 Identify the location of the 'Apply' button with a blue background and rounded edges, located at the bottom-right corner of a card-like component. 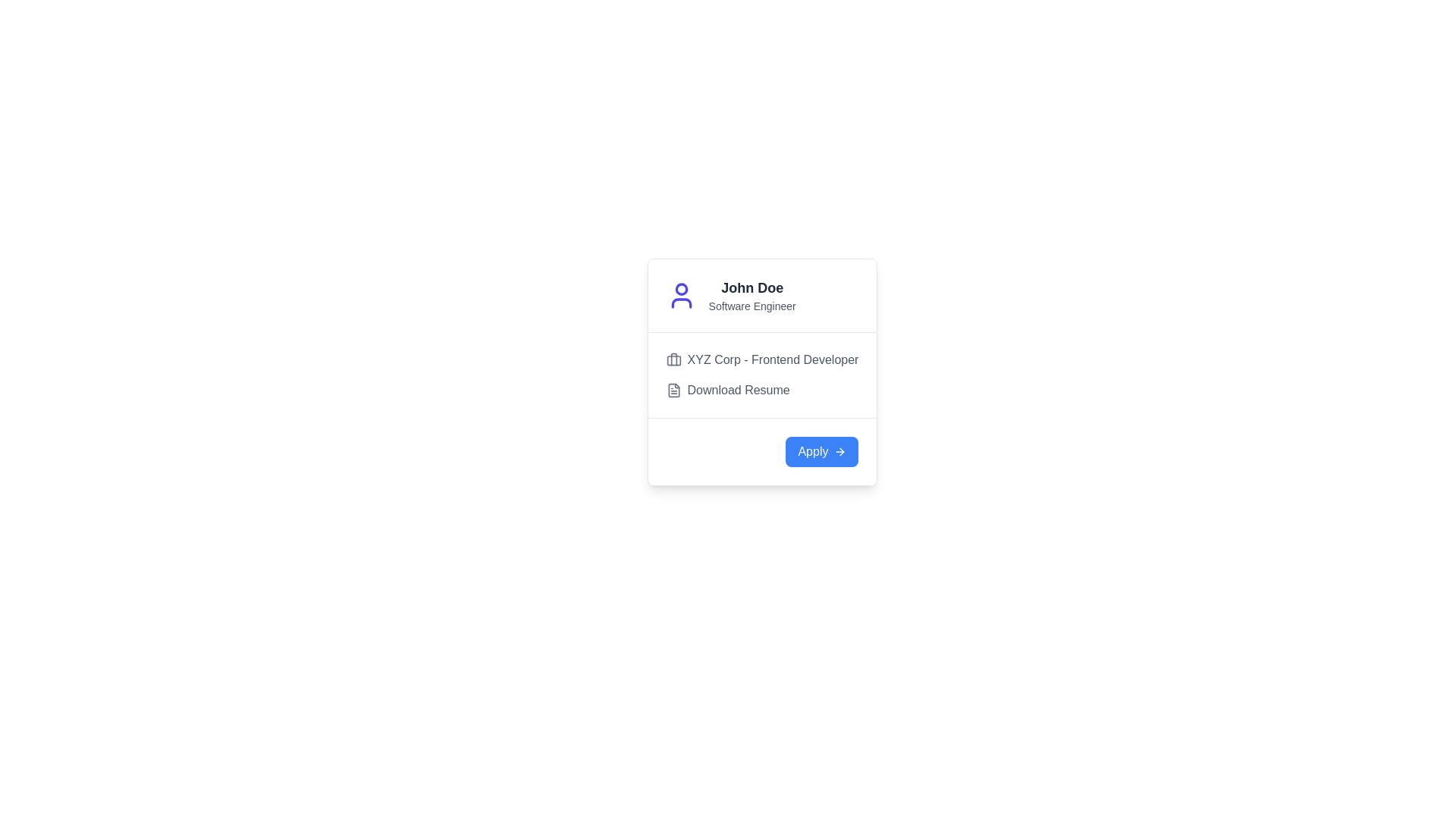
(821, 451).